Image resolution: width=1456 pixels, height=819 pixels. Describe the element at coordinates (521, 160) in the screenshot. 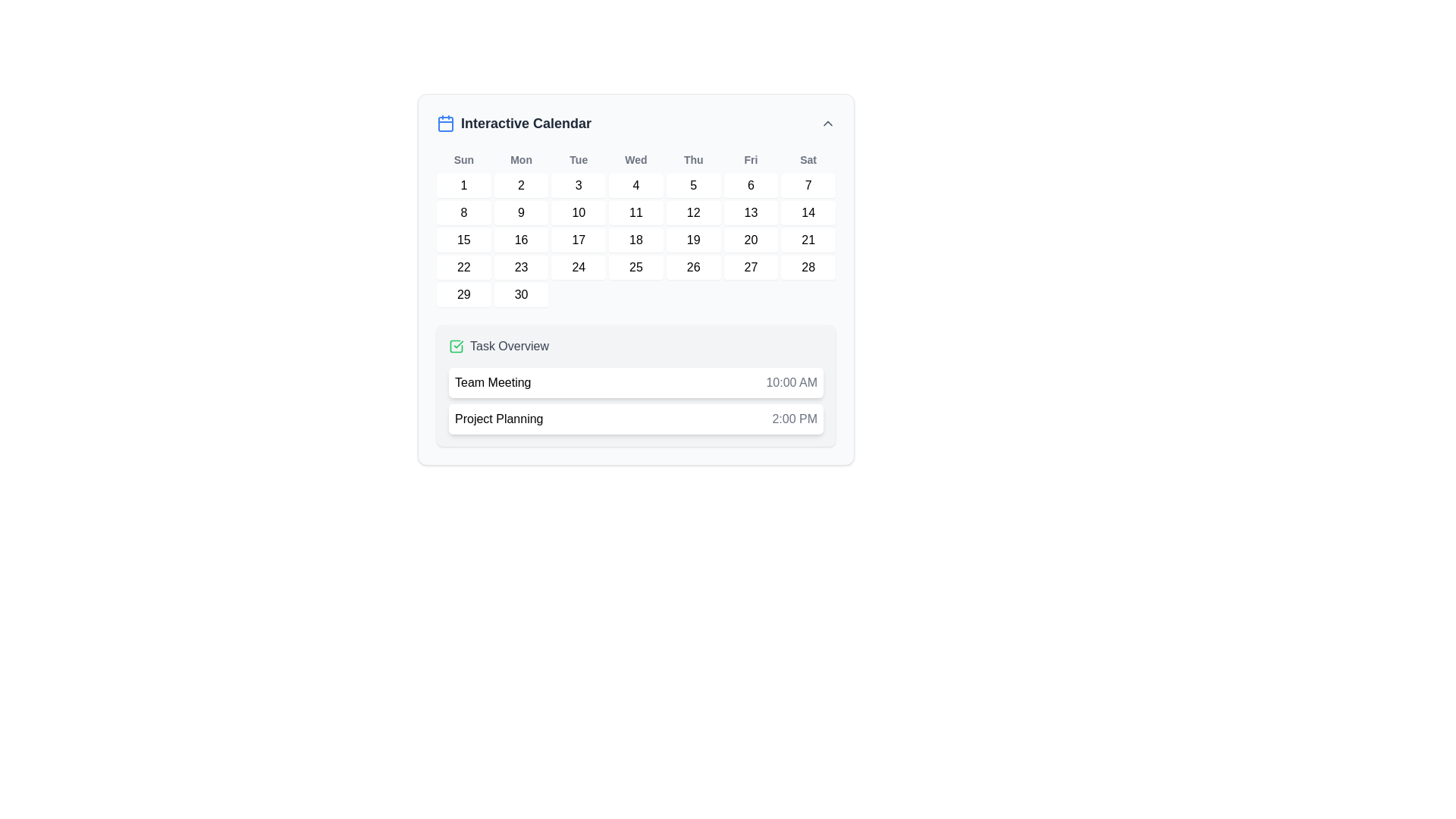

I see `the label for Monday in the calendar, which is the second in a sequence of seven text elements representing days of the week` at that location.